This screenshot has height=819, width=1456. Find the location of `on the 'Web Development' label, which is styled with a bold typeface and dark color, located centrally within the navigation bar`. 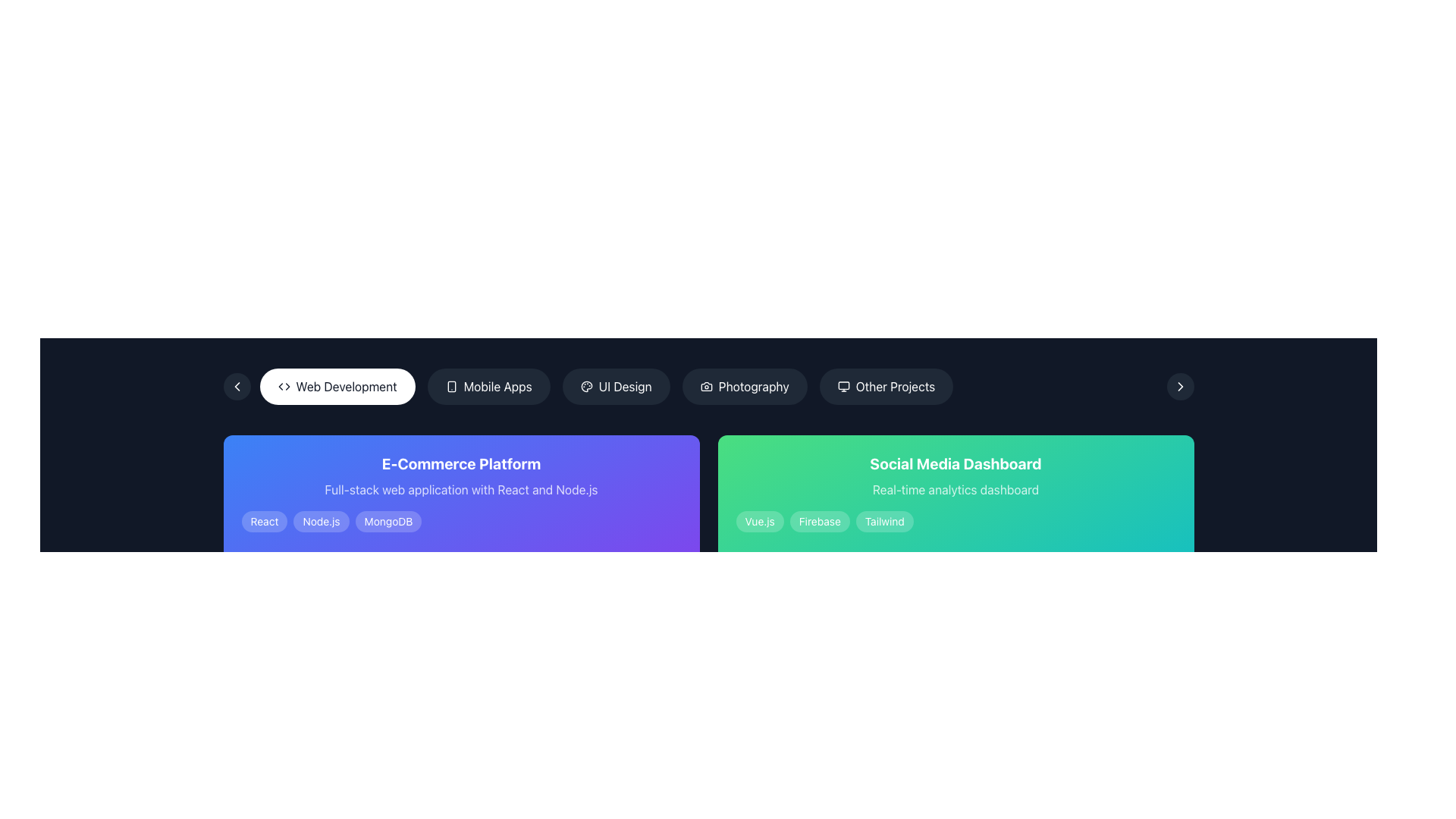

on the 'Web Development' label, which is styled with a bold typeface and dark color, located centrally within the navigation bar is located at coordinates (345, 385).